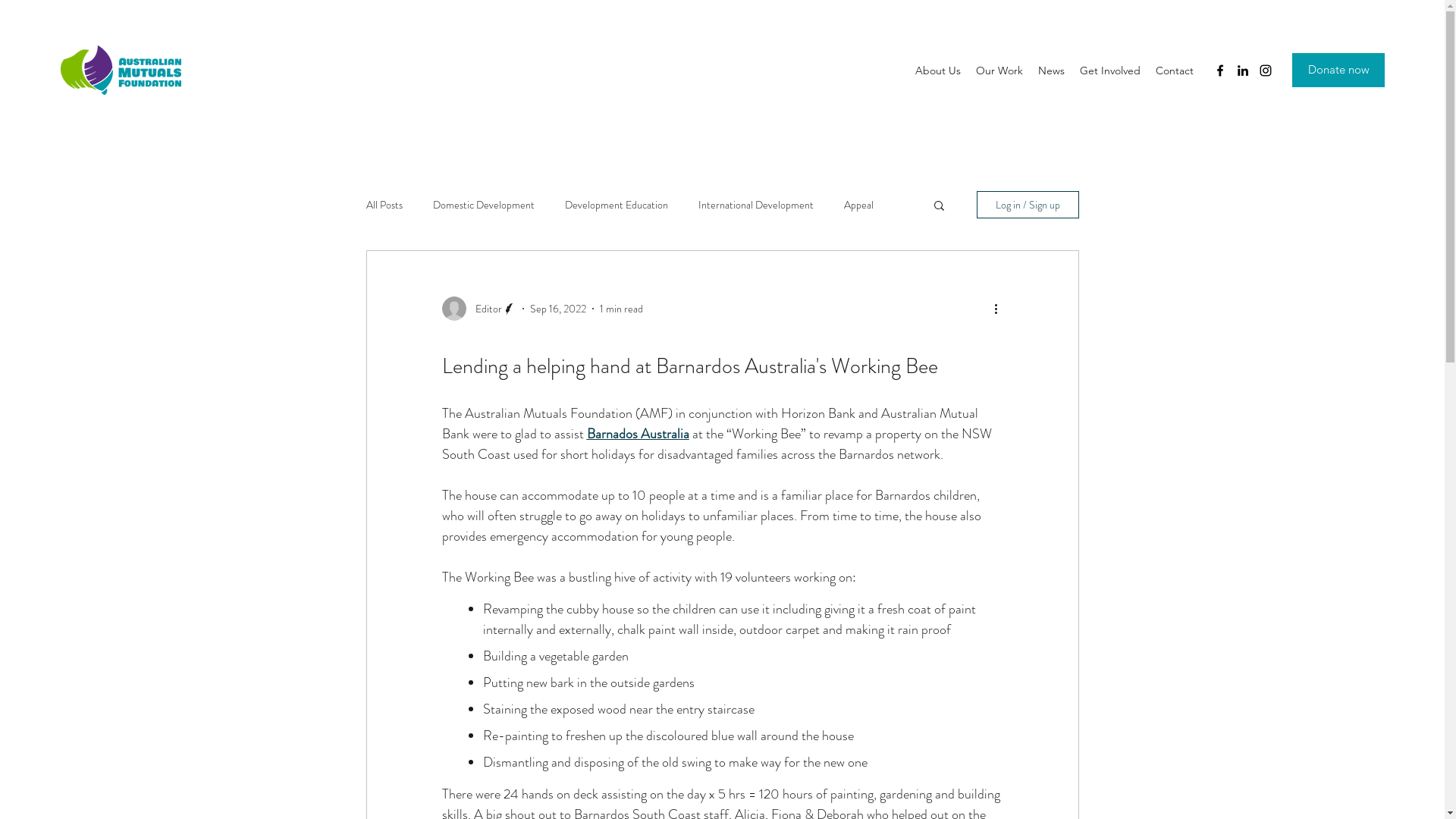 This screenshot has width=1456, height=819. What do you see at coordinates (755, 205) in the screenshot?
I see `'International Development'` at bounding box center [755, 205].